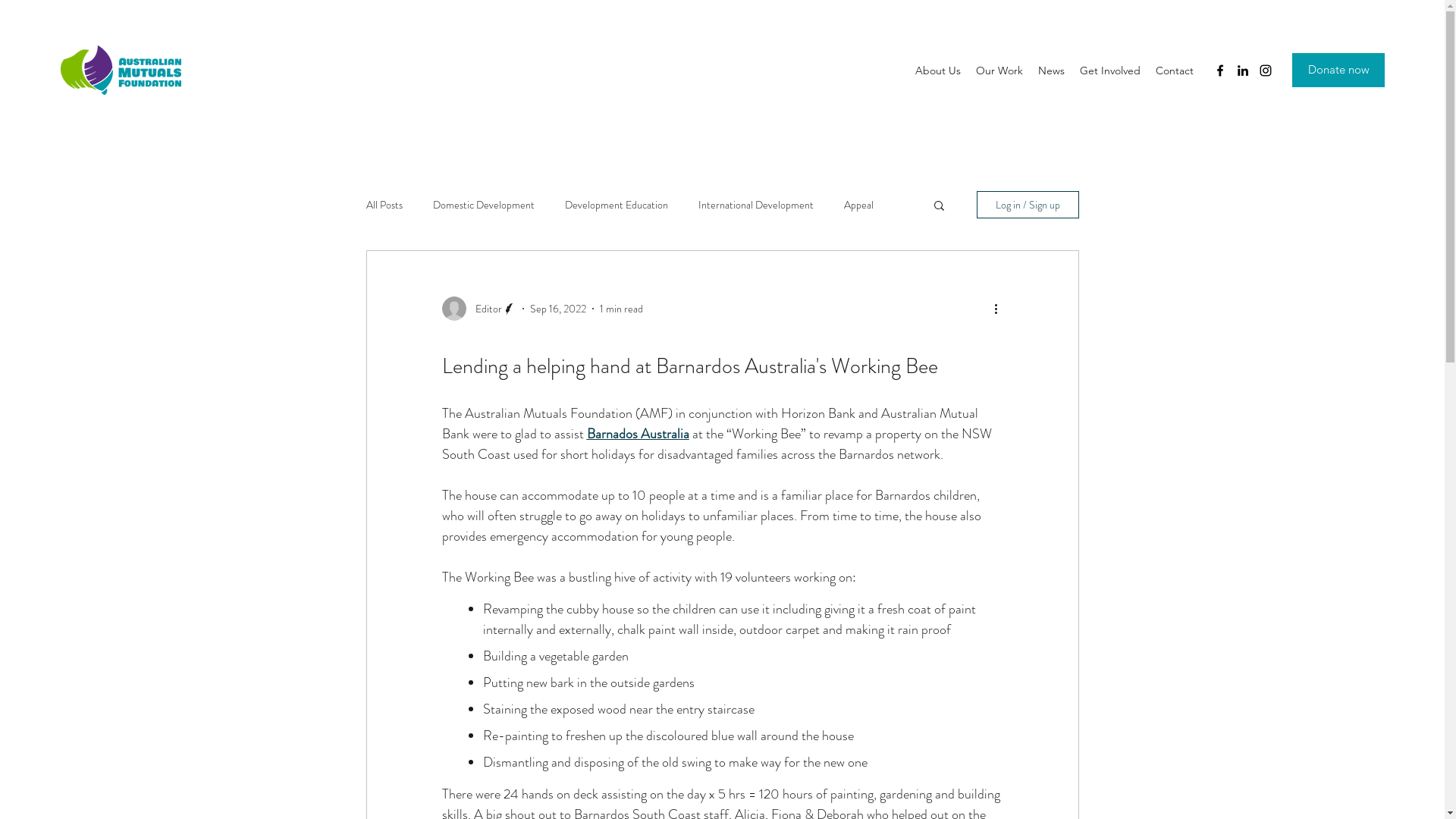 This screenshot has width=1456, height=819. What do you see at coordinates (755, 205) in the screenshot?
I see `'International Development'` at bounding box center [755, 205].